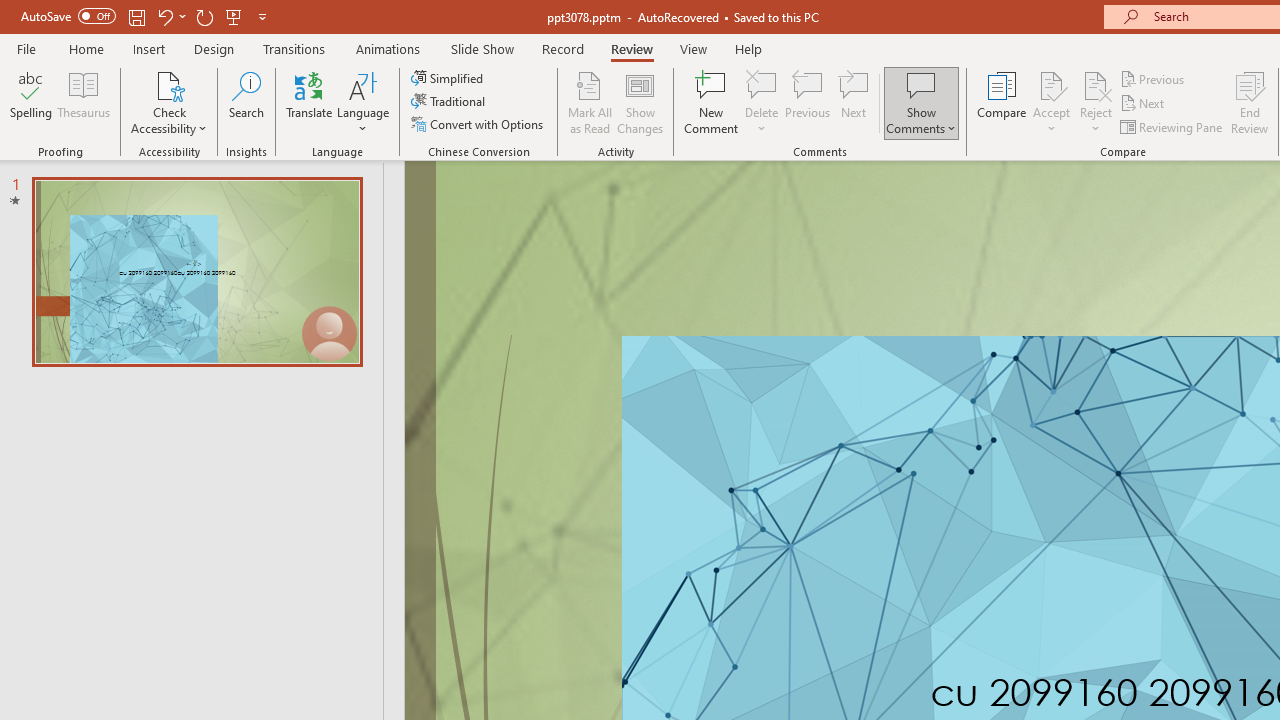  Describe the element at coordinates (1144, 103) in the screenshot. I see `'Next'` at that location.